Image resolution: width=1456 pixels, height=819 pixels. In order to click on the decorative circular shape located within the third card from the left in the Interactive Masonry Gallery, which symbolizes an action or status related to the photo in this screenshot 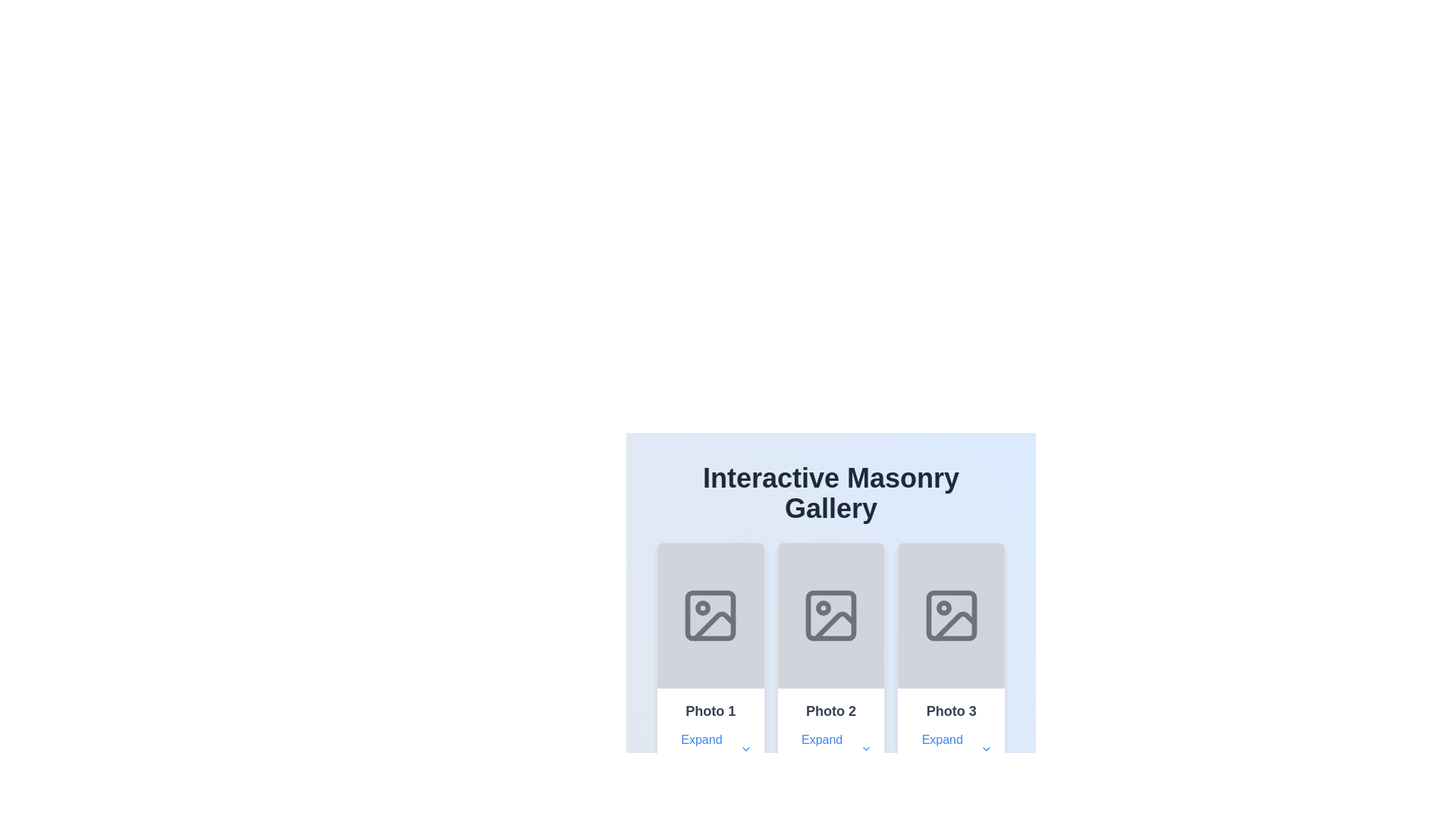, I will do `click(943, 607)`.